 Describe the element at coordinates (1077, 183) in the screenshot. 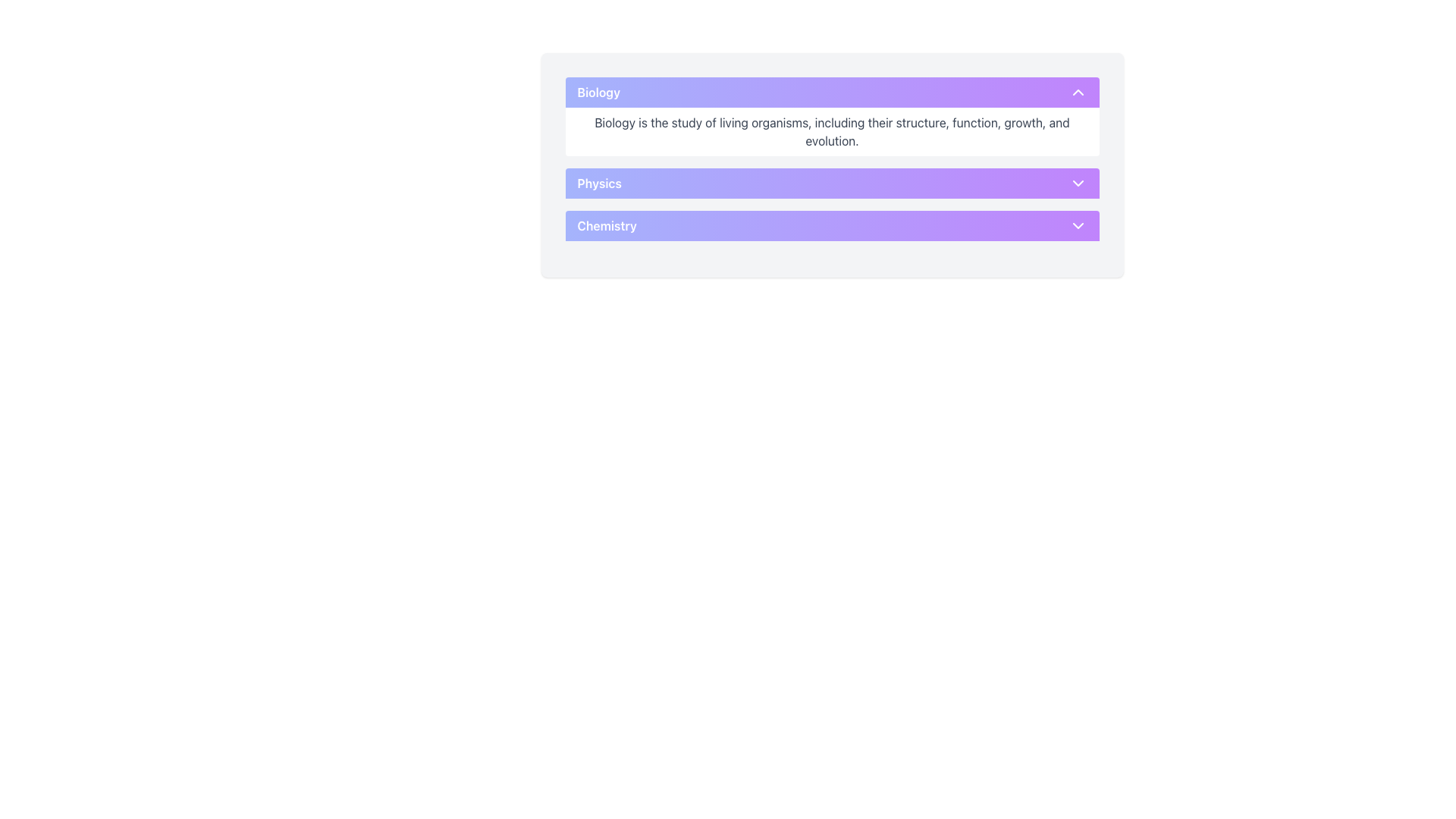

I see `the collapsible icon associated with the 'Physics' label` at that location.